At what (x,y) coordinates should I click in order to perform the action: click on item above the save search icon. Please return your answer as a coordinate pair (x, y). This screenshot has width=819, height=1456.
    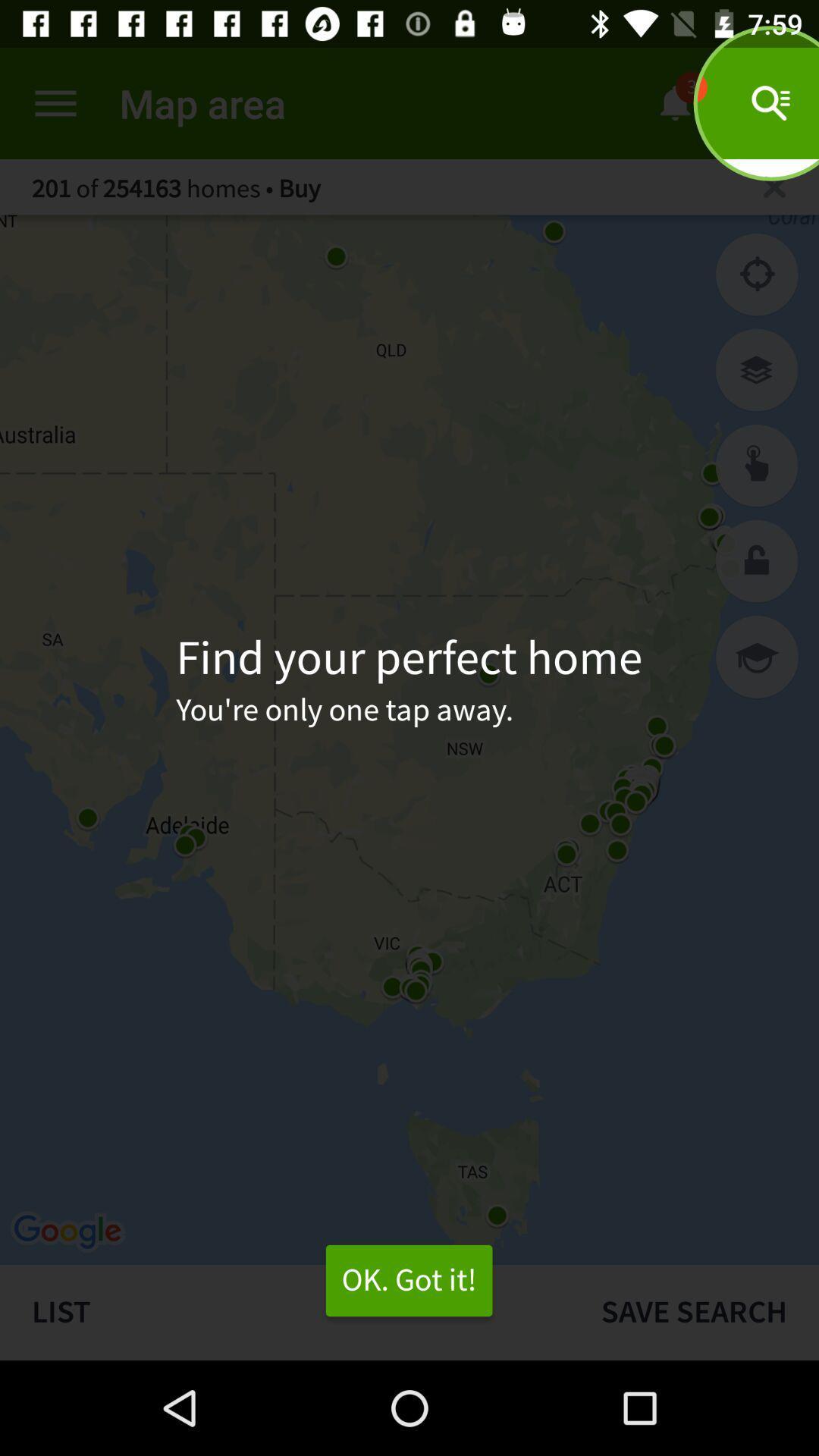
    Looking at the image, I should click on (757, 657).